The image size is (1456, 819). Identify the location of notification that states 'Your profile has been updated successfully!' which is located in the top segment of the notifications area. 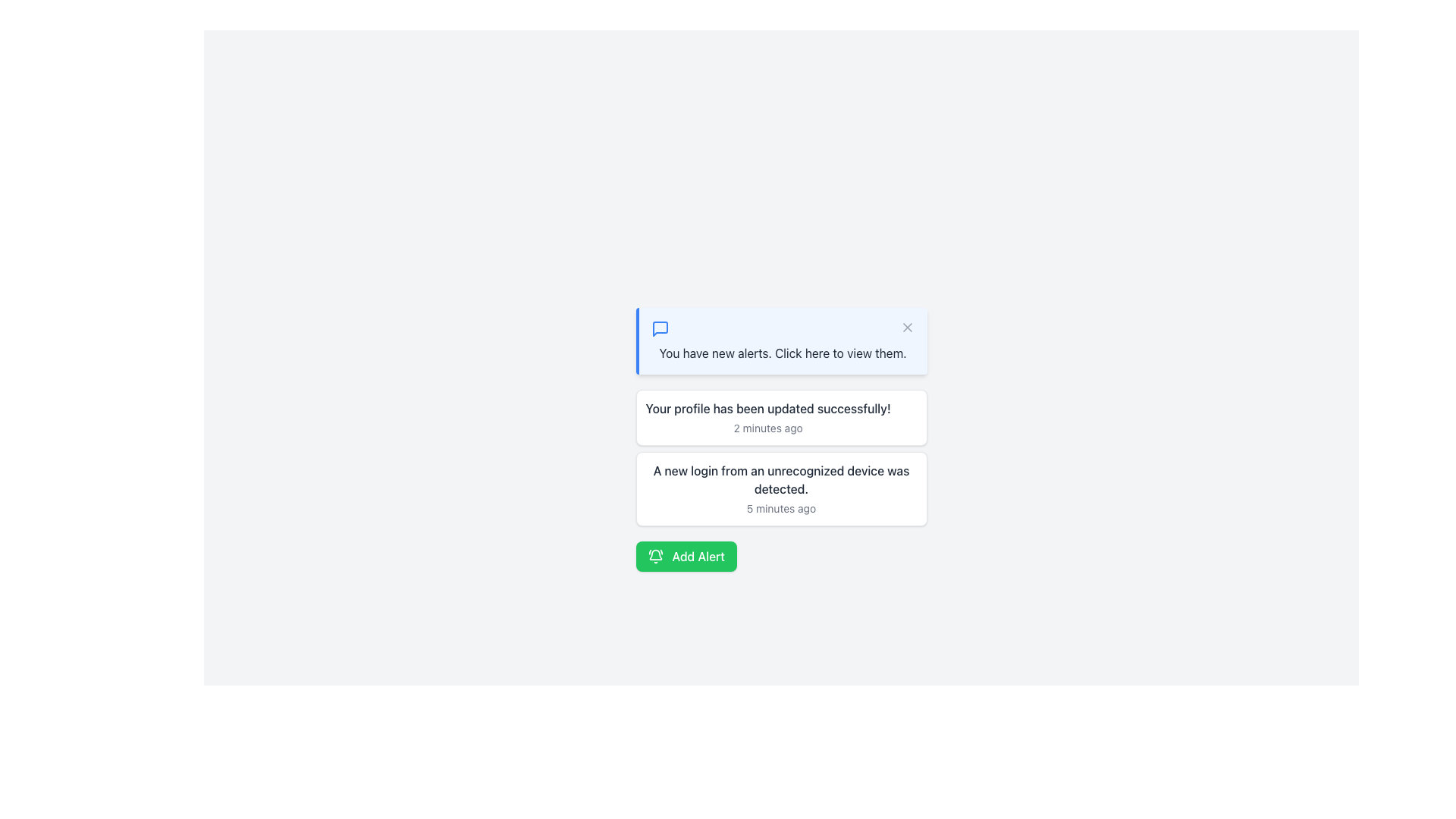
(768, 408).